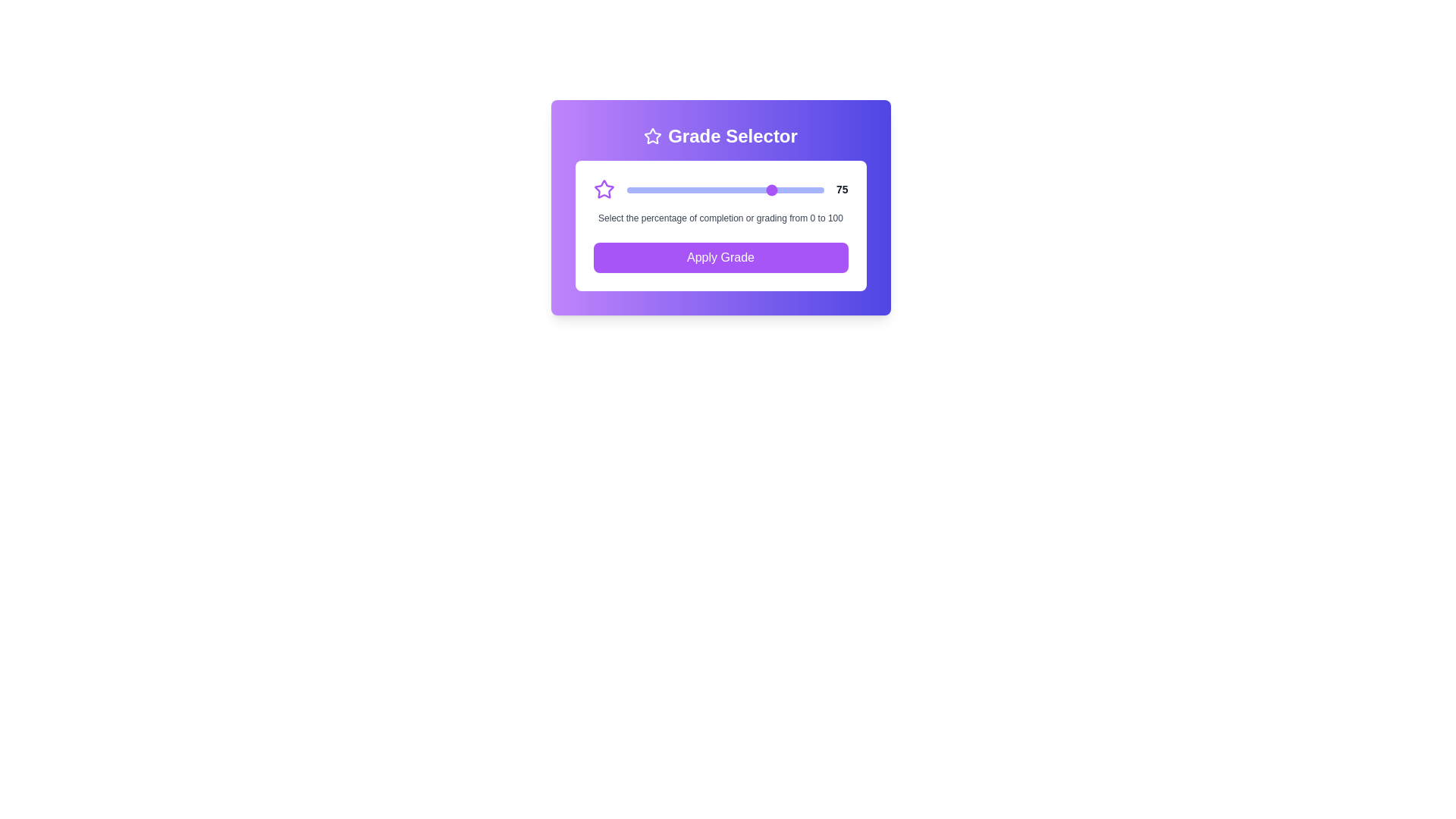  What do you see at coordinates (777, 189) in the screenshot?
I see `the slider` at bounding box center [777, 189].